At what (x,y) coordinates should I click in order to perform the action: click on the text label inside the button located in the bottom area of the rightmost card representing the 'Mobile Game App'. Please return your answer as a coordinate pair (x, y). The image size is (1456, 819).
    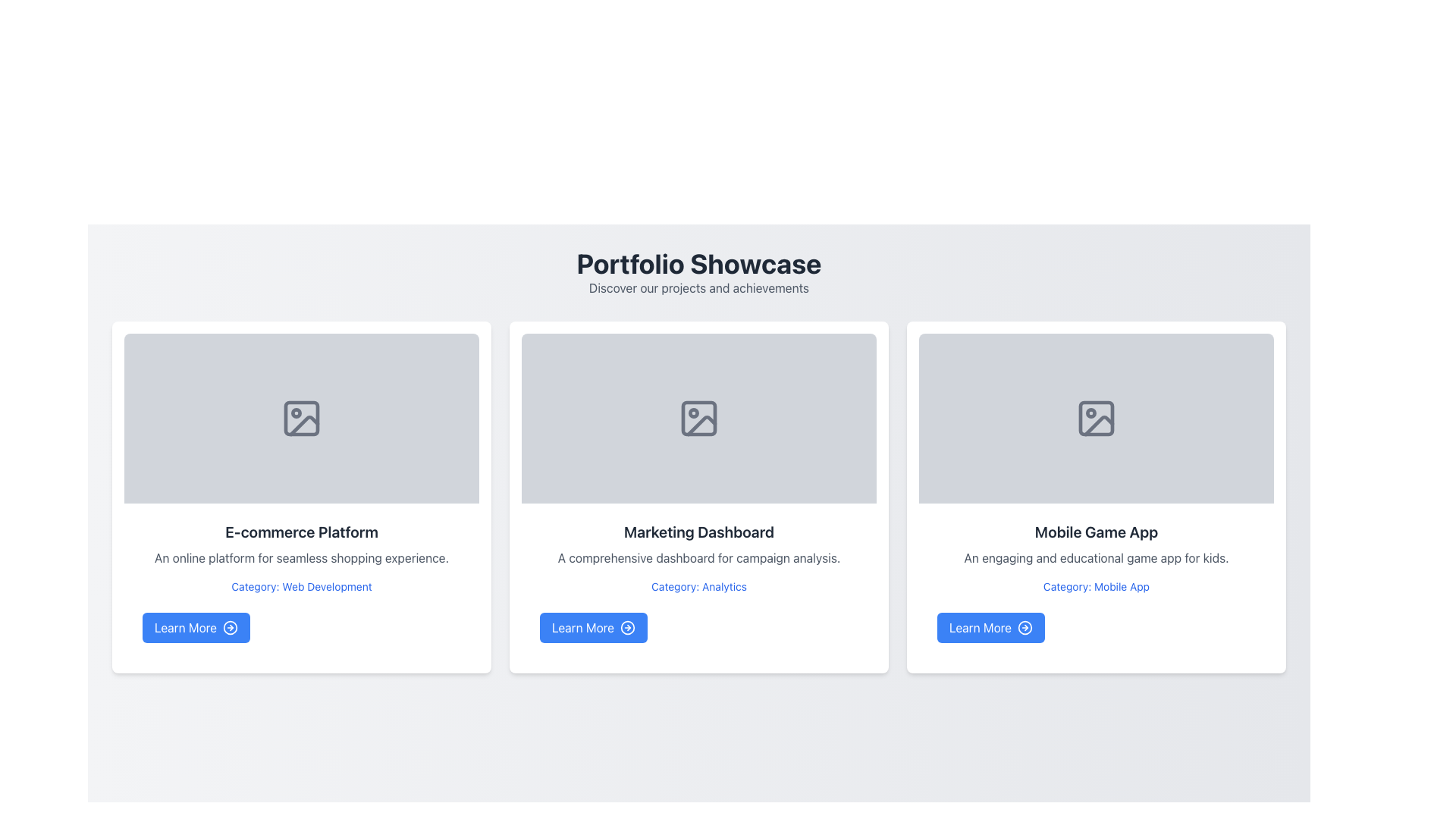
    Looking at the image, I should click on (981, 628).